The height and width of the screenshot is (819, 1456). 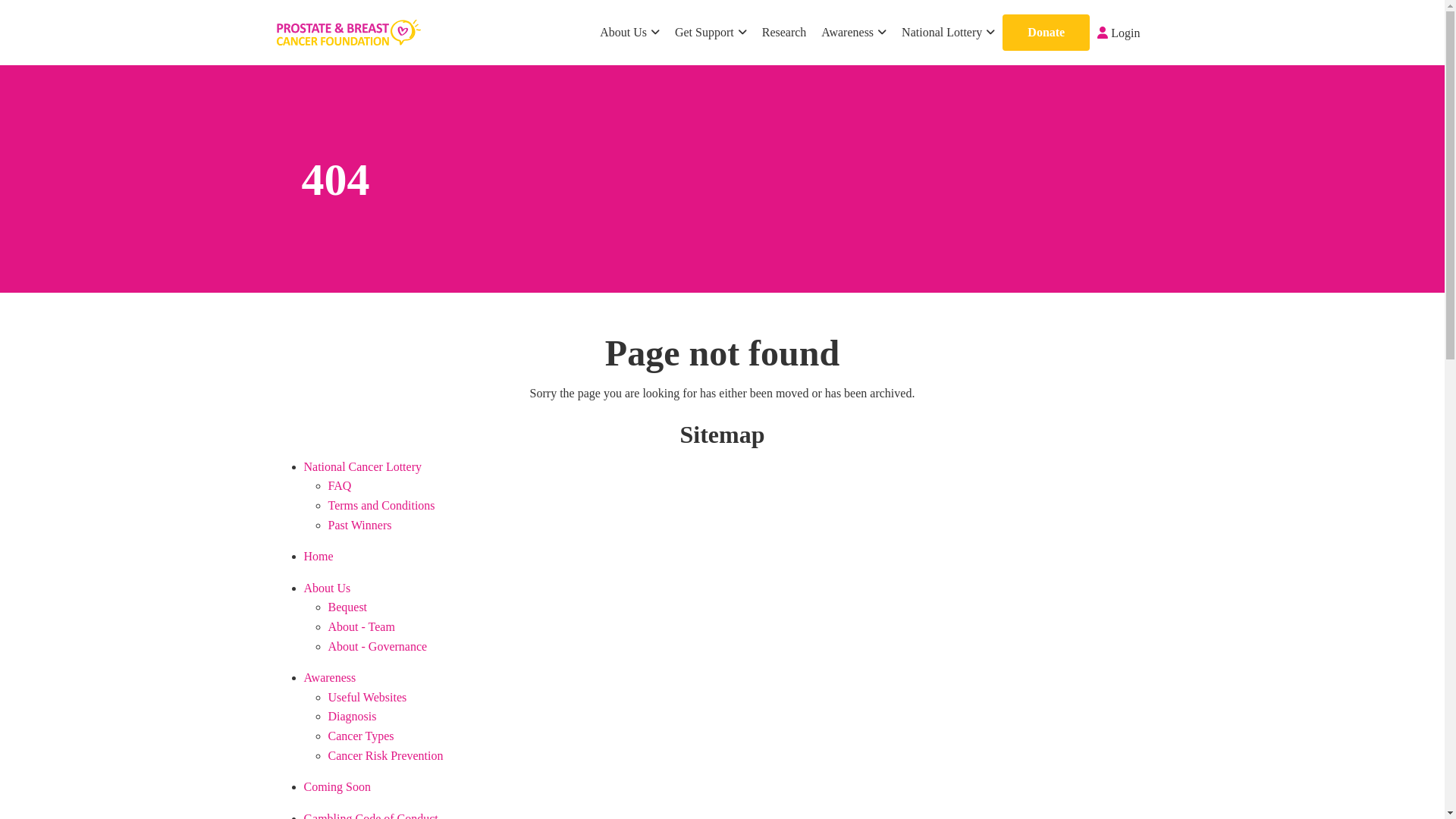 What do you see at coordinates (327, 646) in the screenshot?
I see `'About - Governance'` at bounding box center [327, 646].